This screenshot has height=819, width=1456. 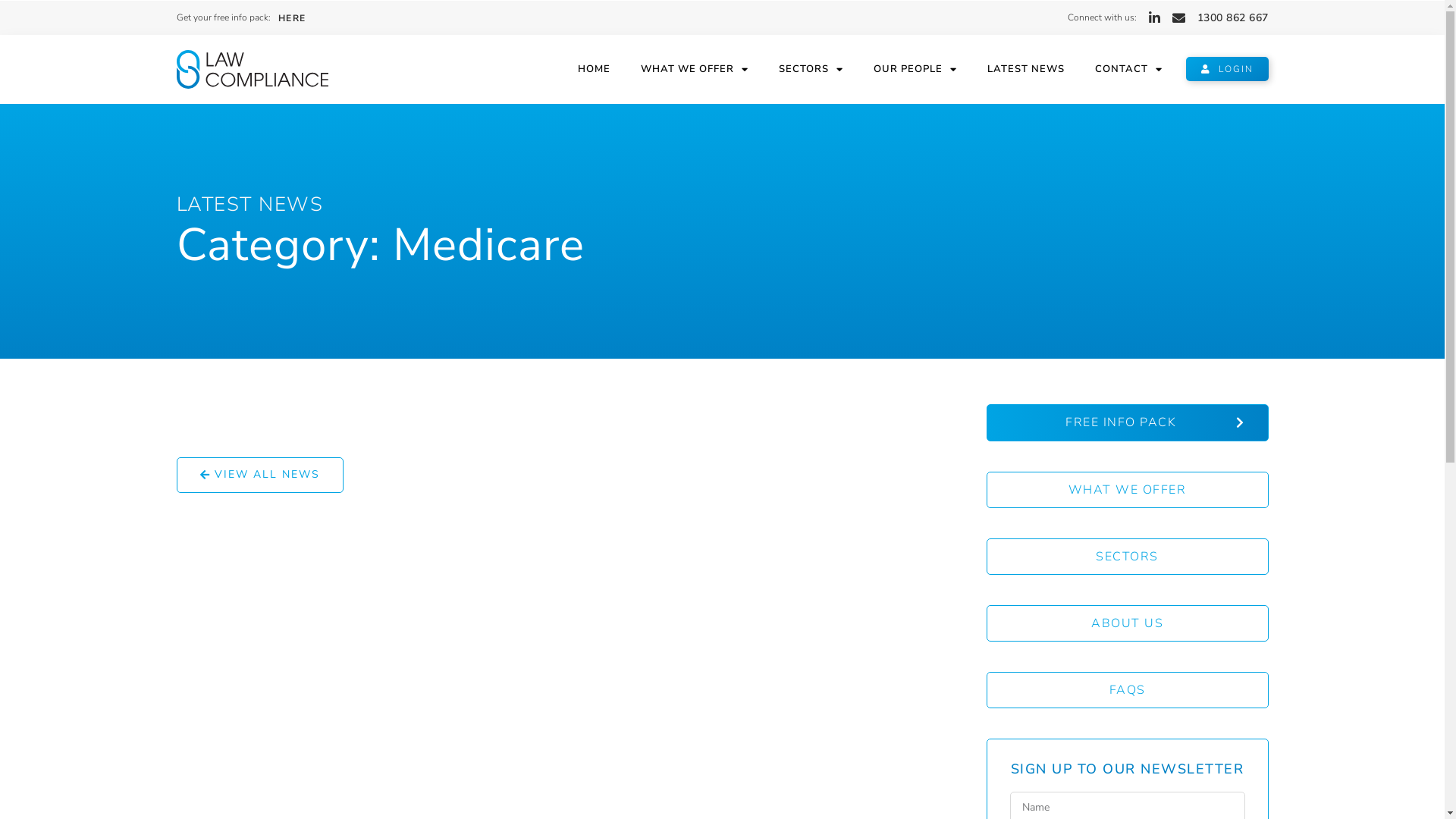 What do you see at coordinates (1127, 422) in the screenshot?
I see `'FREE INFO PACK'` at bounding box center [1127, 422].